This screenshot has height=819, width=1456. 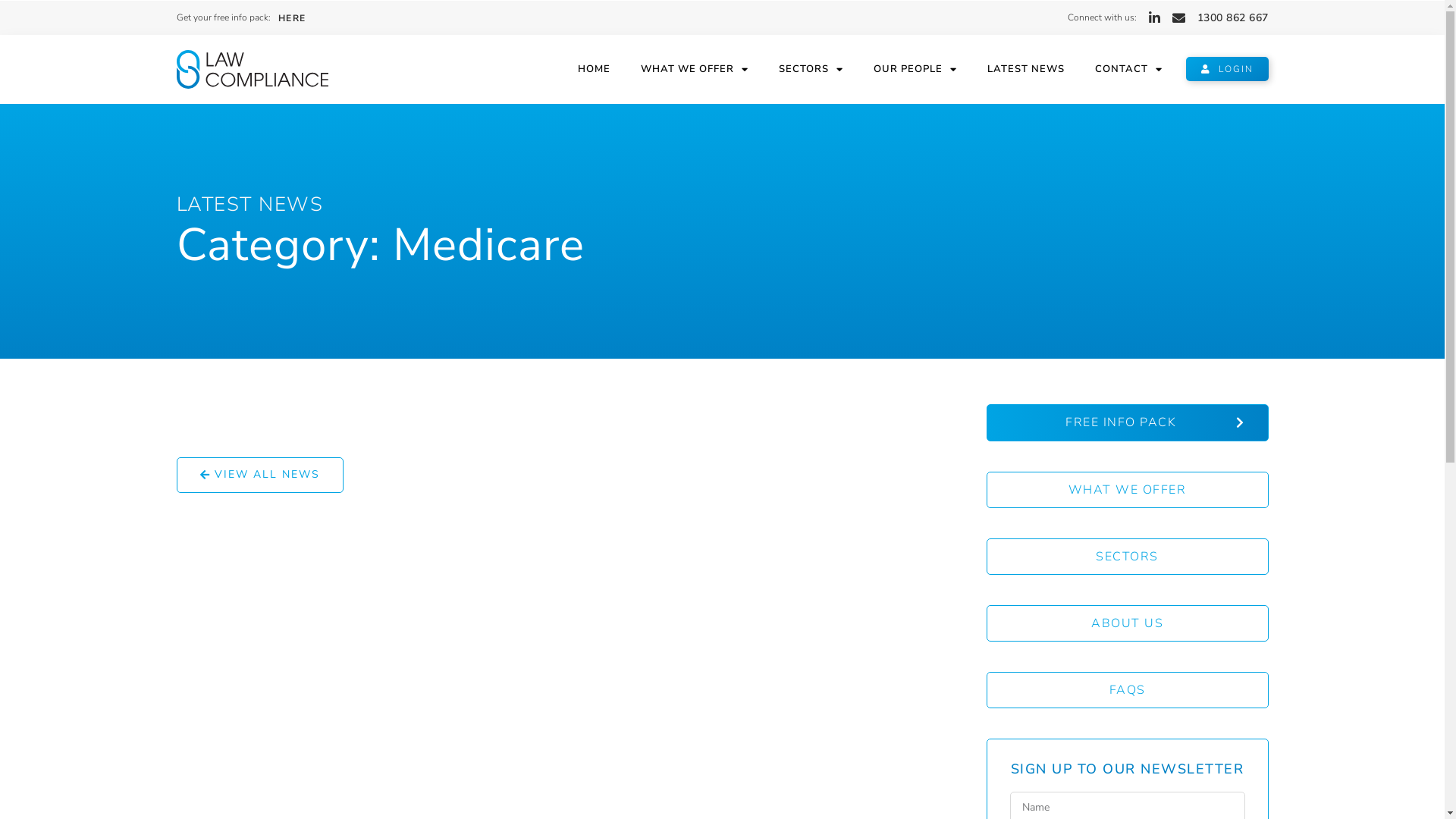 What do you see at coordinates (1127, 422) in the screenshot?
I see `'FREE INFO PACK'` at bounding box center [1127, 422].